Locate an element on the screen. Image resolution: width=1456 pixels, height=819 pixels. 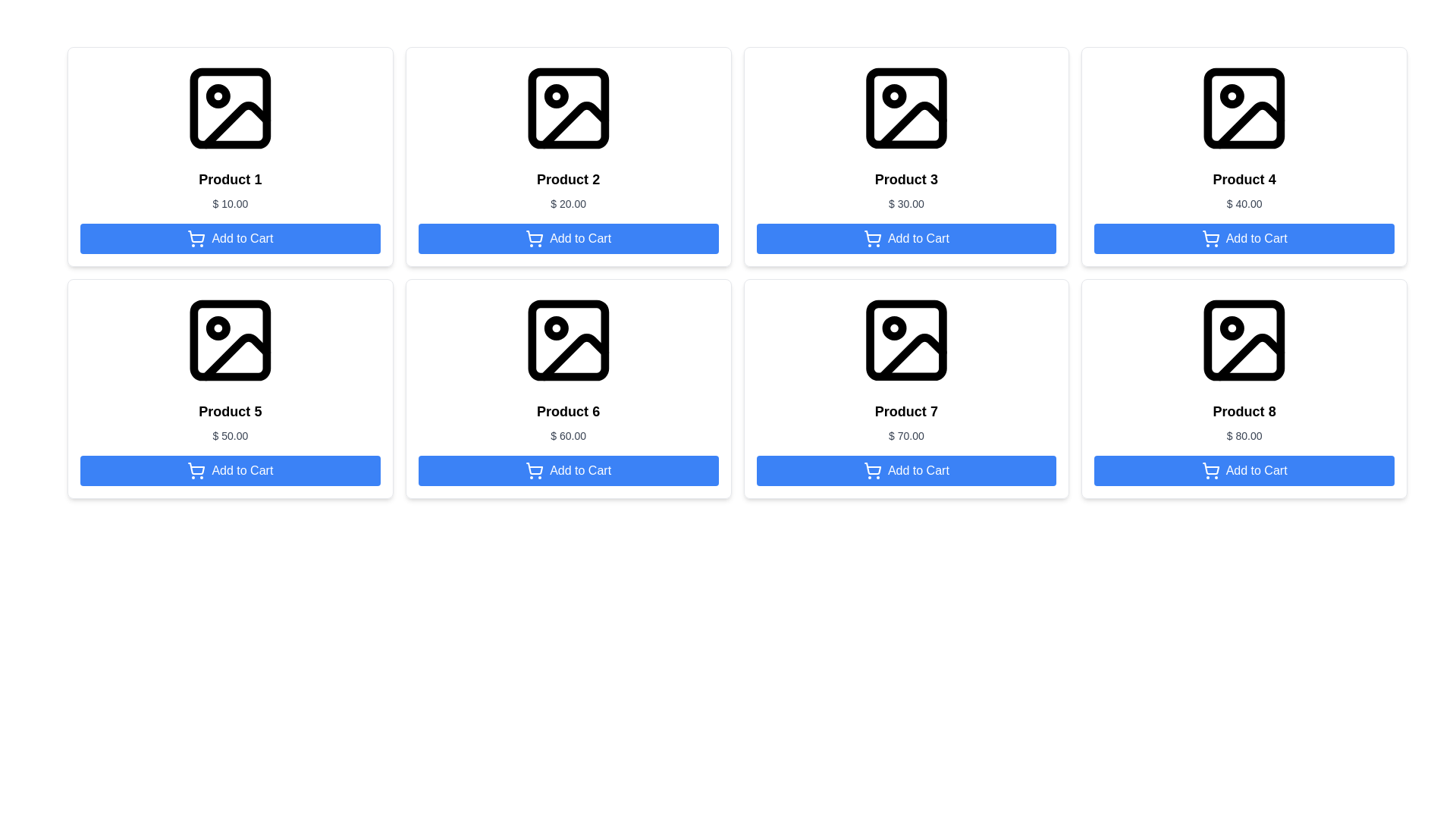
the blue 'Add to Cart' button with white text and a shopping cart icon, located at the bottom of the 'Product 4' card is located at coordinates (1244, 239).